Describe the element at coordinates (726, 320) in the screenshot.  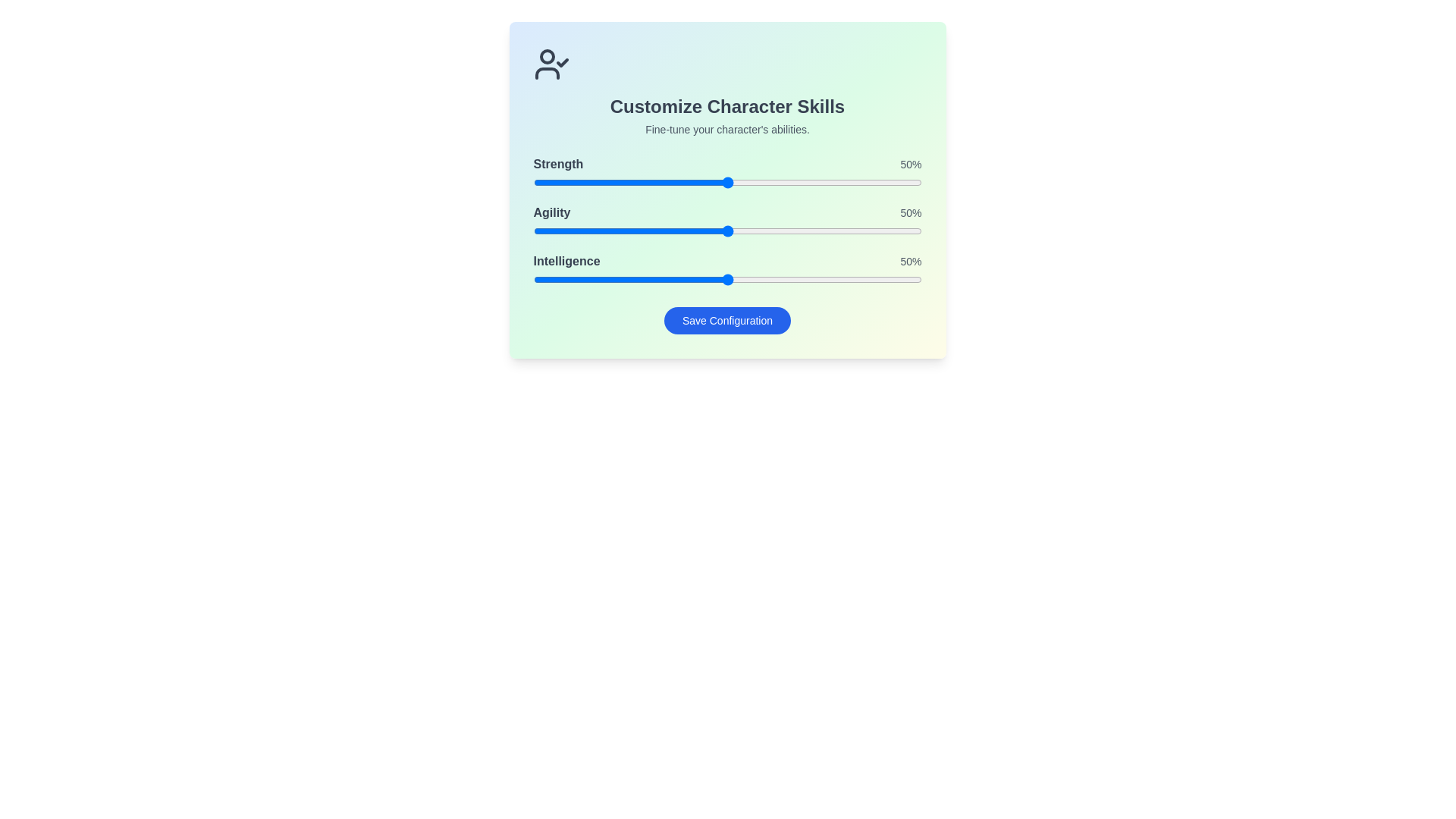
I see `'Save Configuration' button` at that location.